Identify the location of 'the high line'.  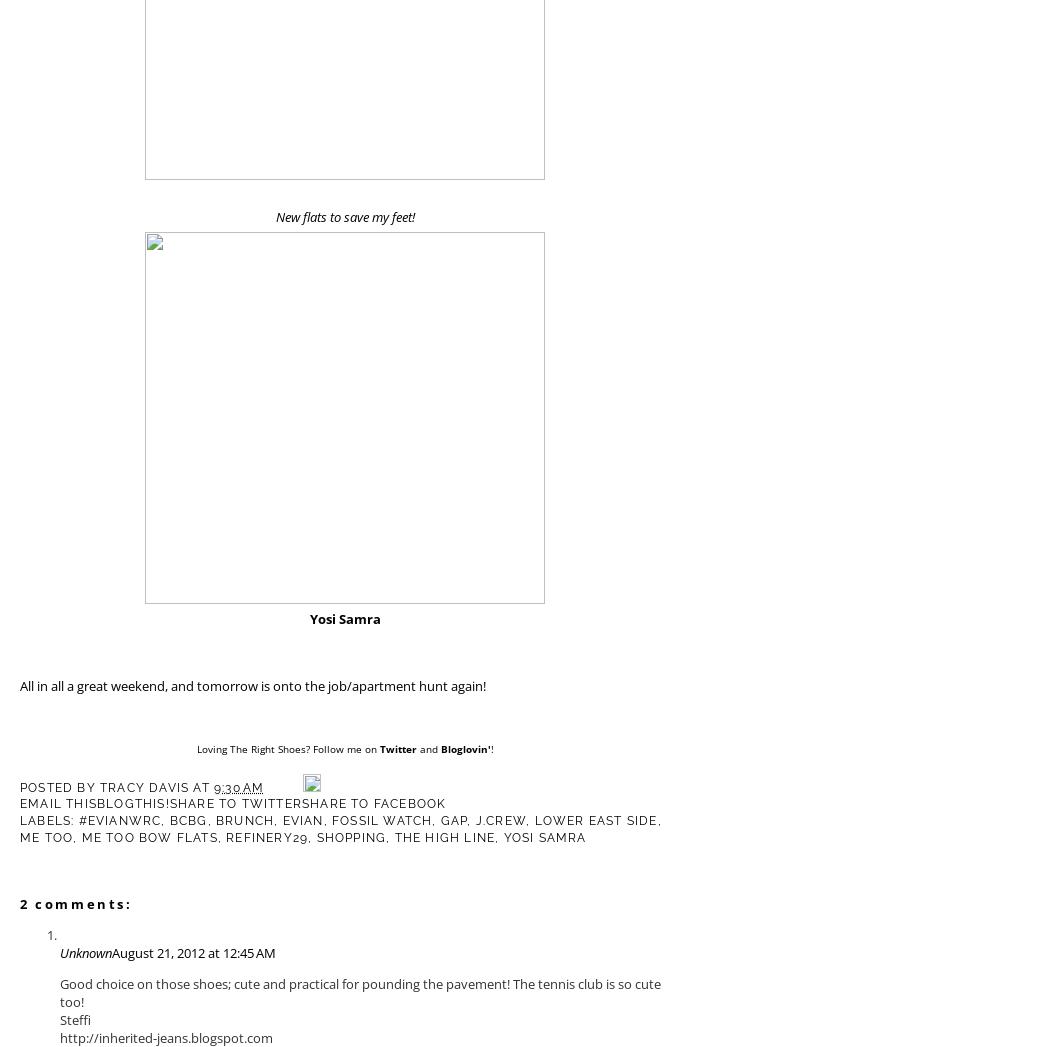
(443, 838).